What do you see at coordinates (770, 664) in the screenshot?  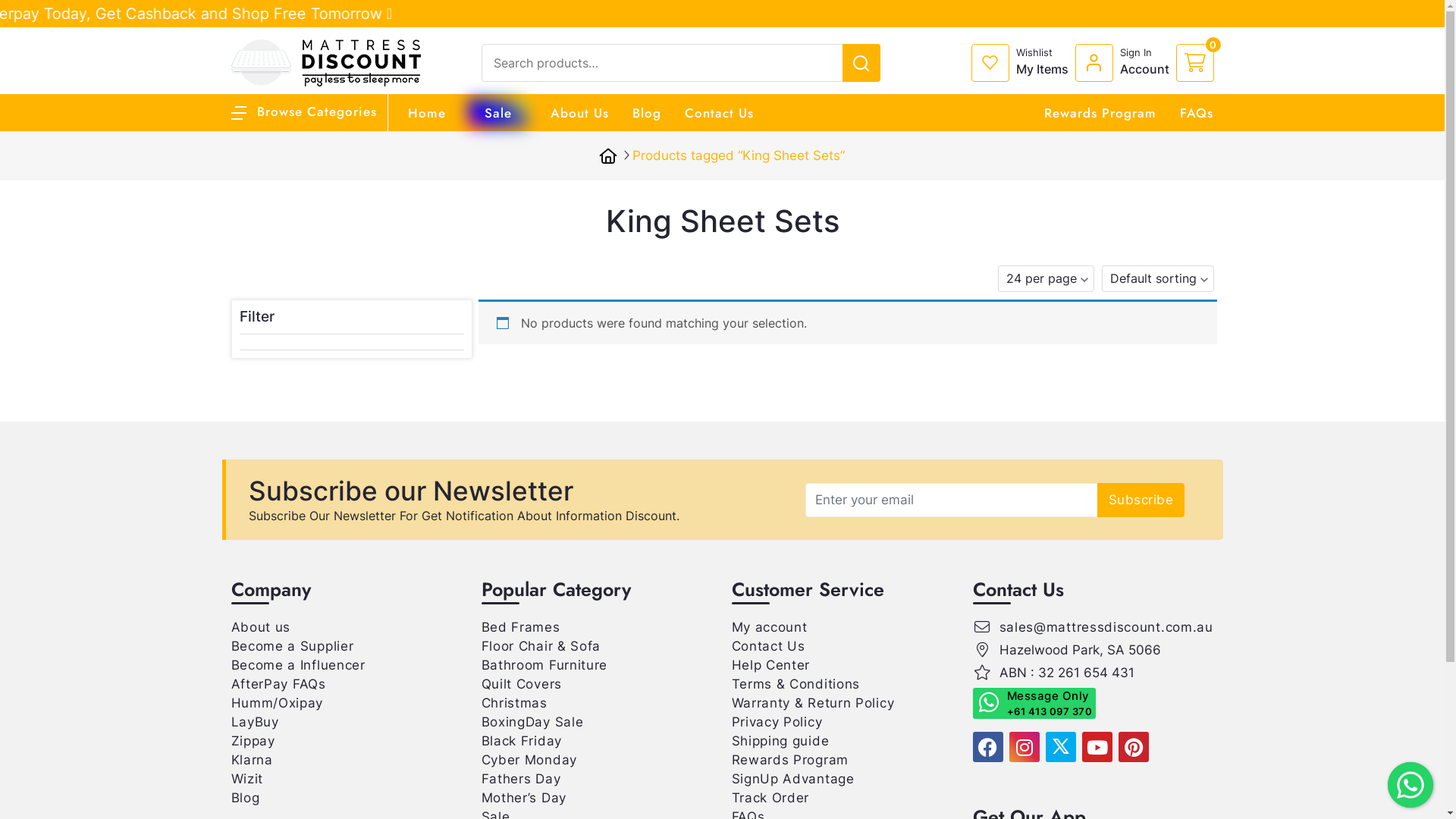 I see `'Help Center'` at bounding box center [770, 664].